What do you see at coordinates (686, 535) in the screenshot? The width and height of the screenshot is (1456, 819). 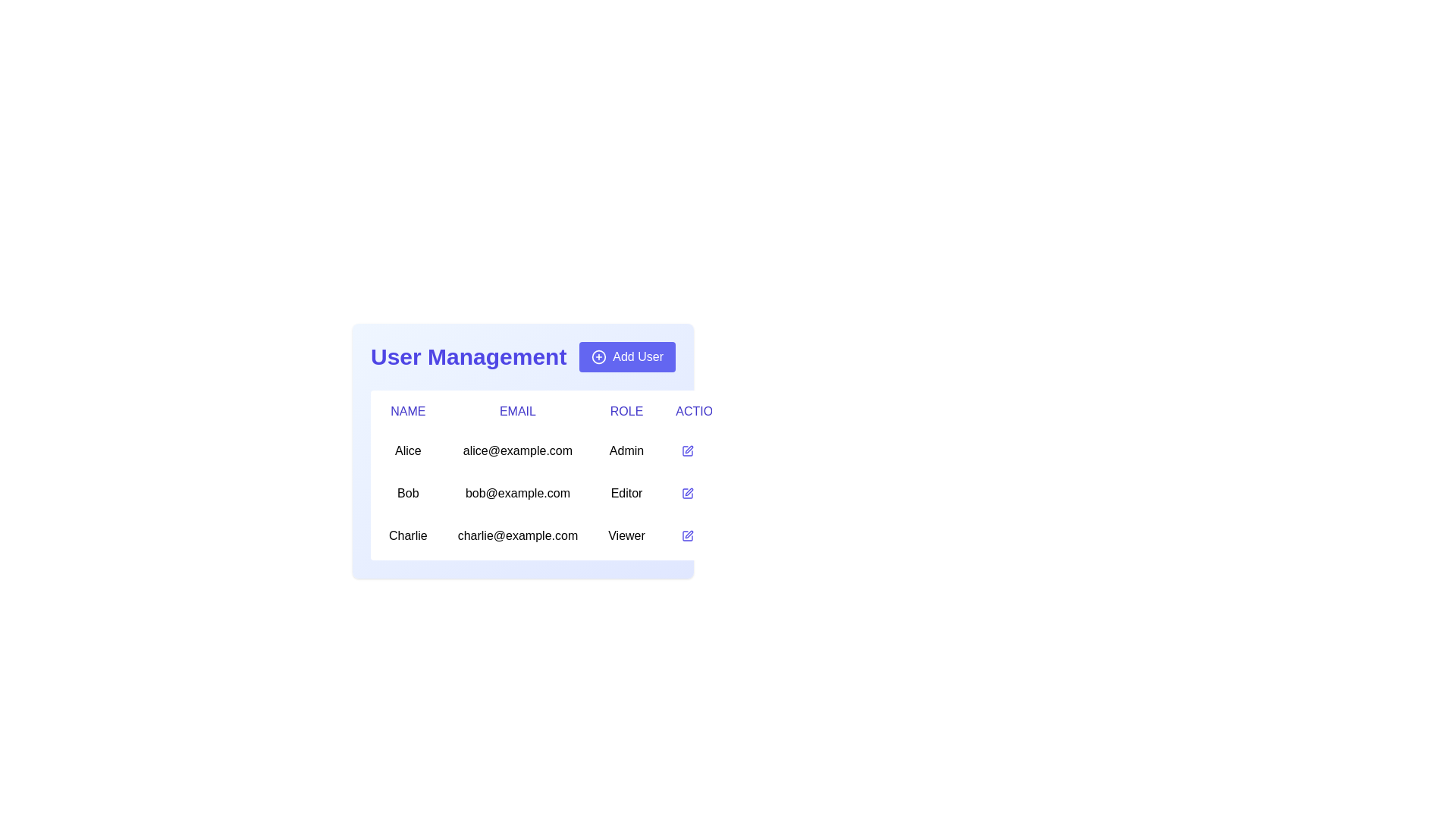 I see `the leftmost button with a pen icon` at bounding box center [686, 535].